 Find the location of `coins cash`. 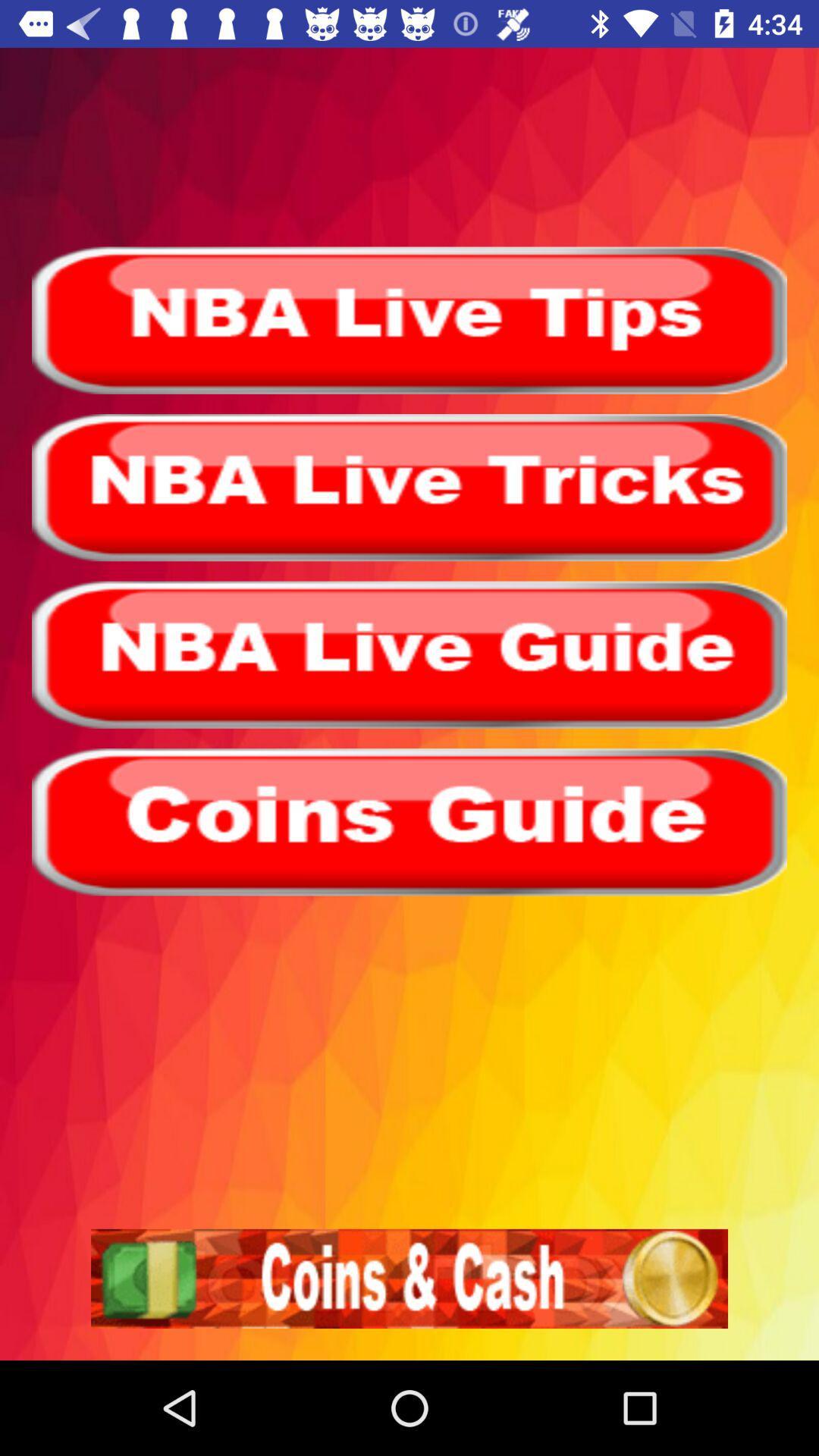

coins cash is located at coordinates (409, 1278).